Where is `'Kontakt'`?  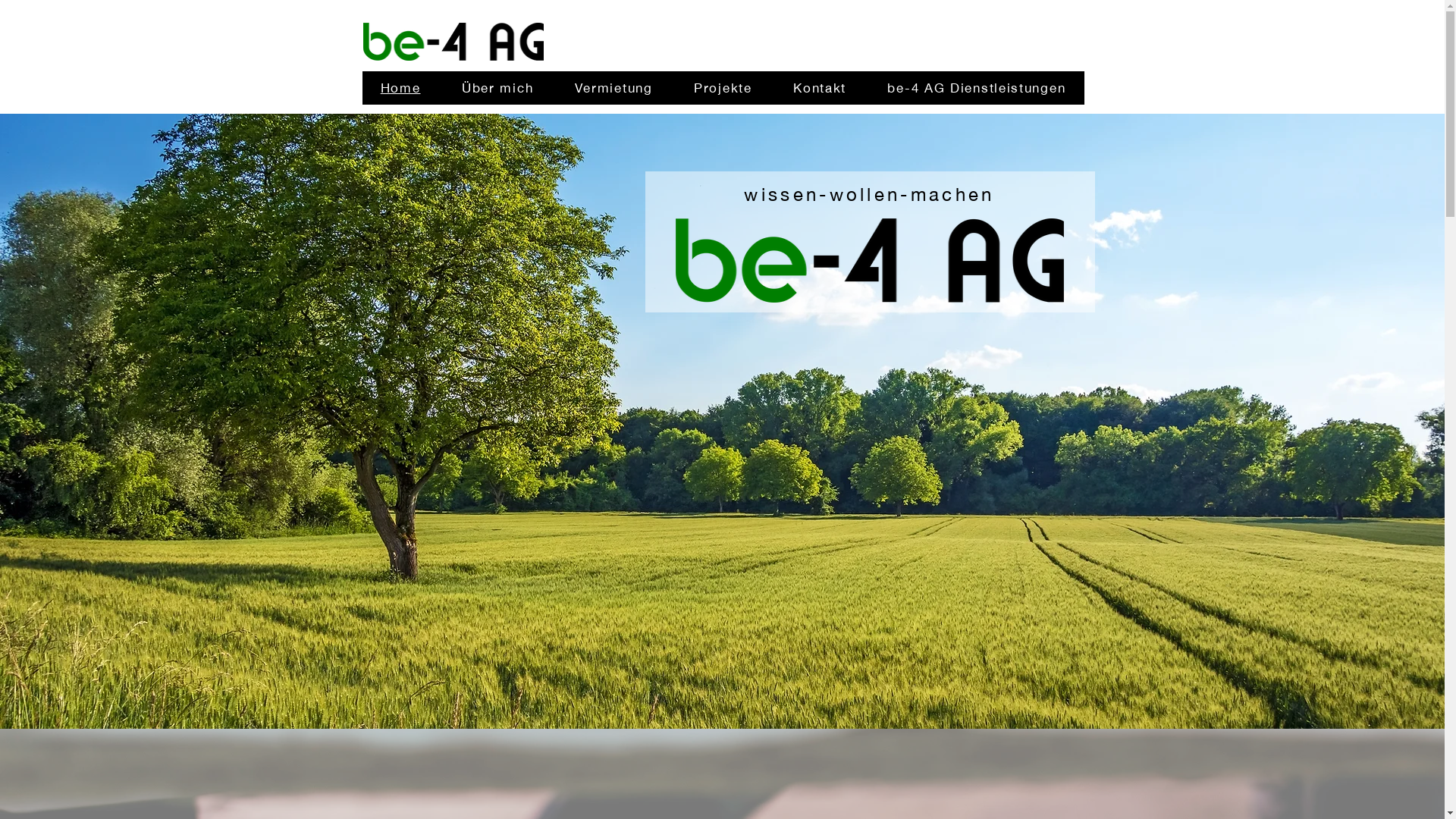
'Kontakt' is located at coordinates (818, 87).